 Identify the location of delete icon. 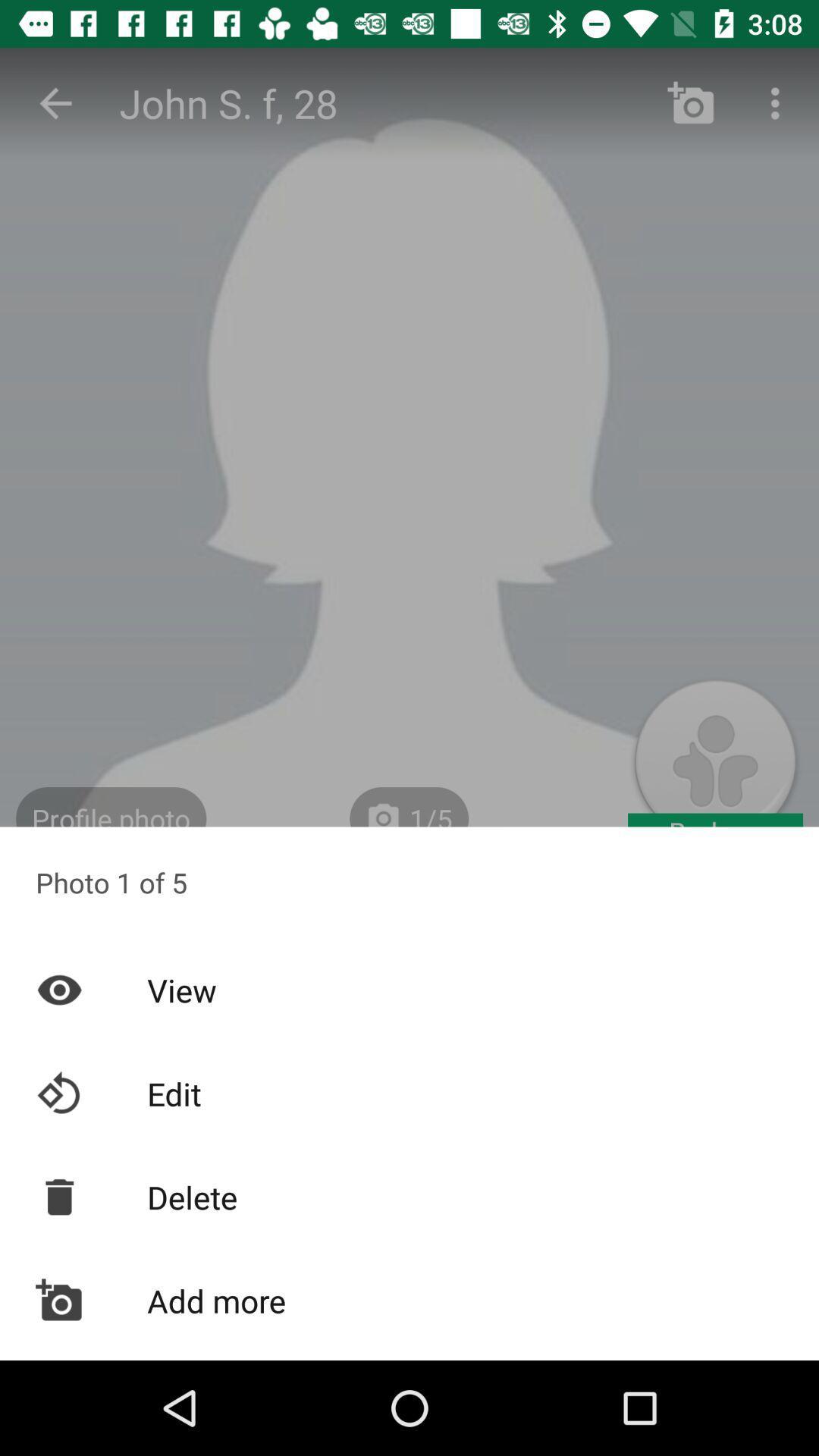
(409, 1196).